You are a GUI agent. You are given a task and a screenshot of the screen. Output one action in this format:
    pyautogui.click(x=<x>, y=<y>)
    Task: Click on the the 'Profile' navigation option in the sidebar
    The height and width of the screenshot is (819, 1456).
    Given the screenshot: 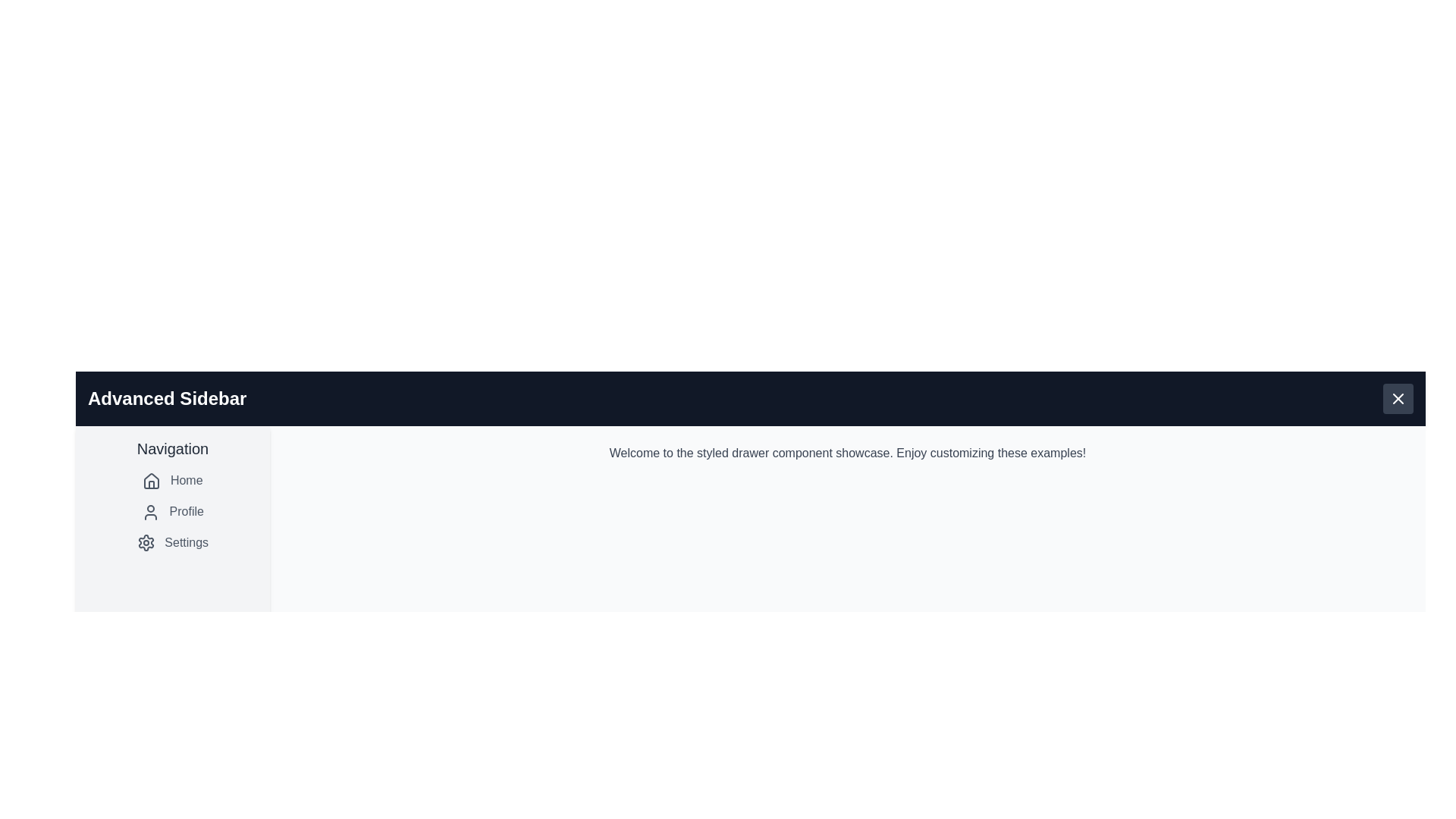 What is the action you would take?
    pyautogui.click(x=172, y=512)
    